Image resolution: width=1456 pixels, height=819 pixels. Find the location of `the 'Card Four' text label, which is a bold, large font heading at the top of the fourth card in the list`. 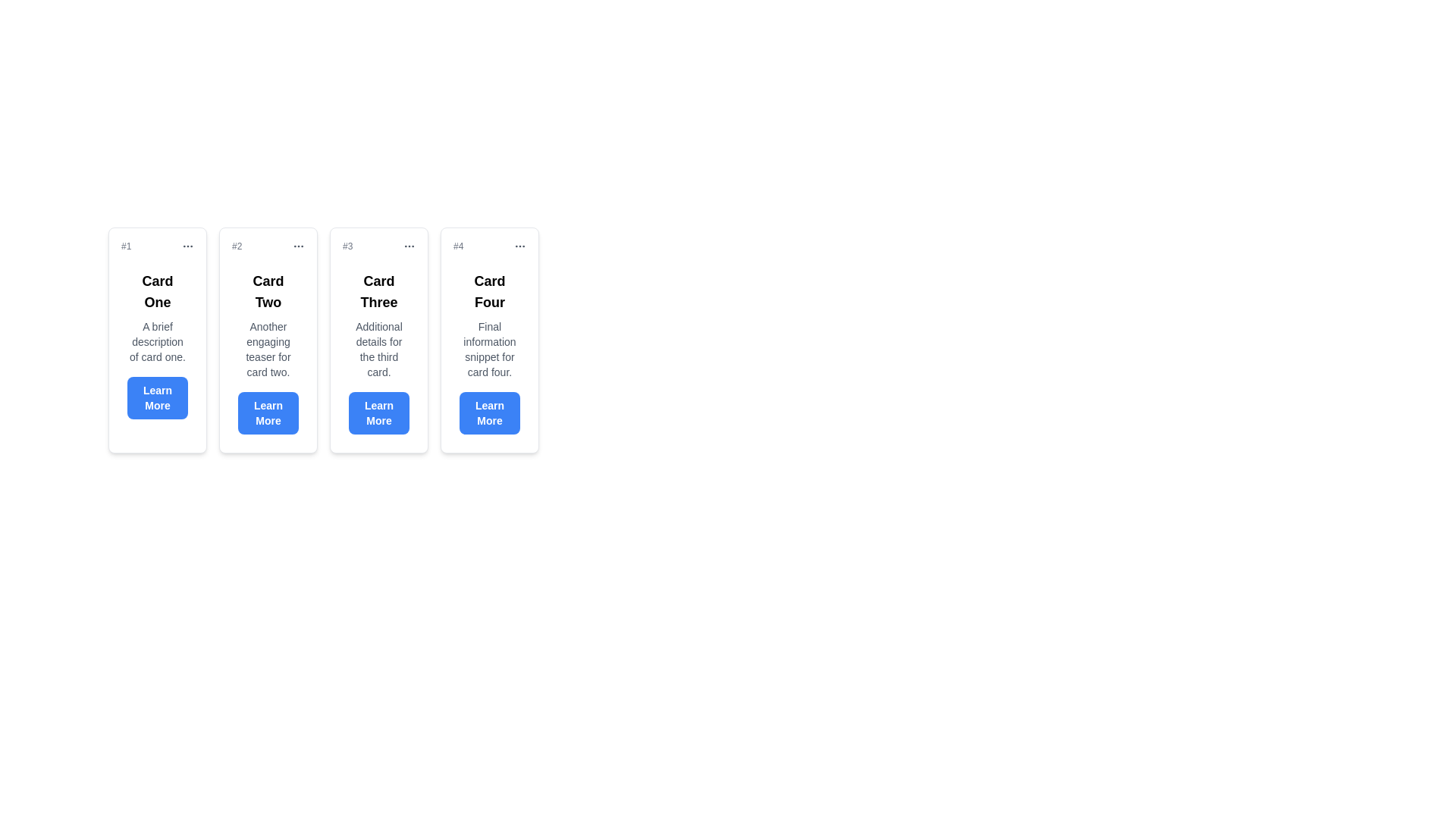

the 'Card Four' text label, which is a bold, large font heading at the top of the fourth card in the list is located at coordinates (490, 292).